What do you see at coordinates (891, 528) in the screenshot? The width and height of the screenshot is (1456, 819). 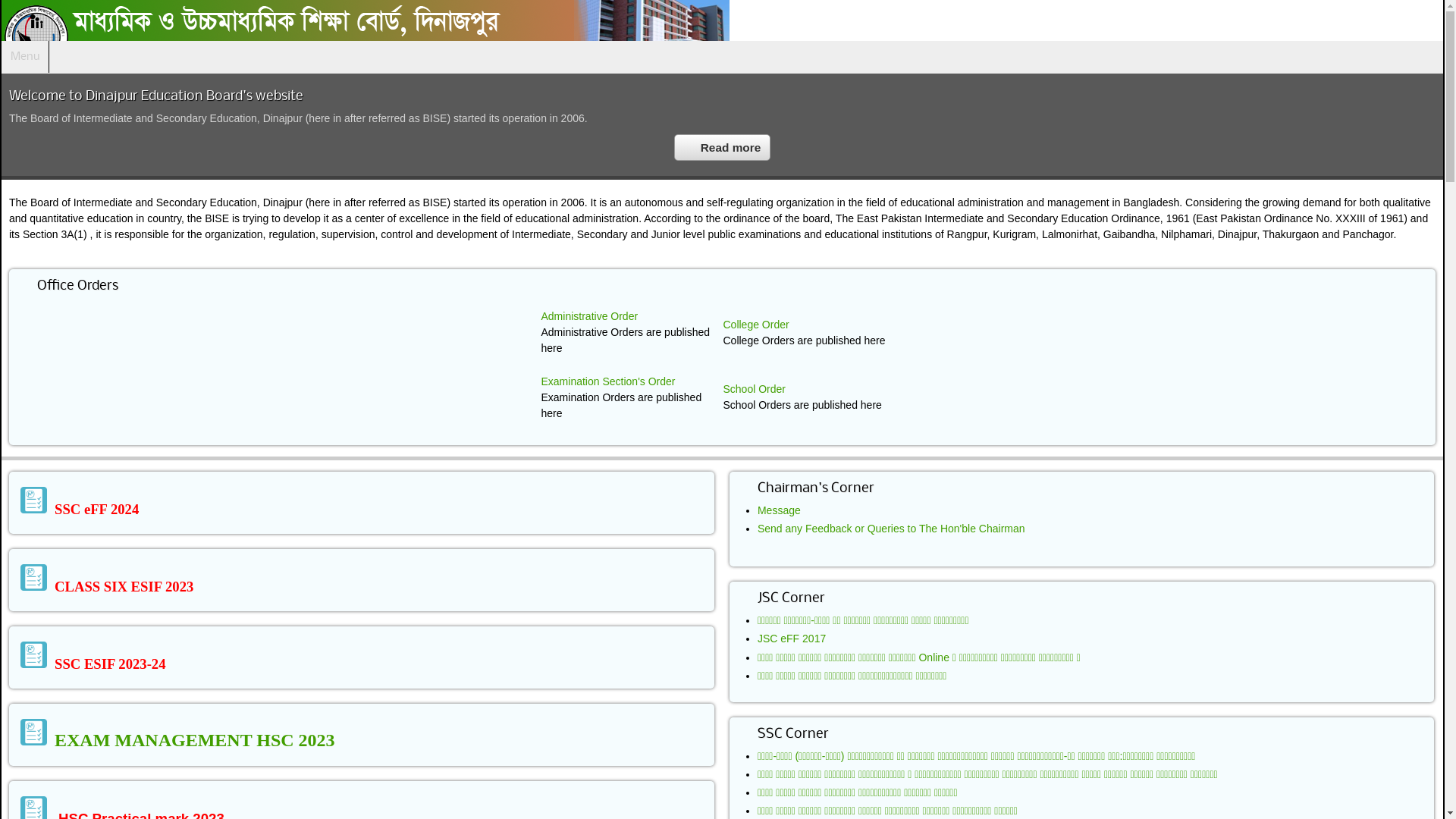 I see `'Send any Feedback or Queries to The Hon'ble Chairman'` at bounding box center [891, 528].